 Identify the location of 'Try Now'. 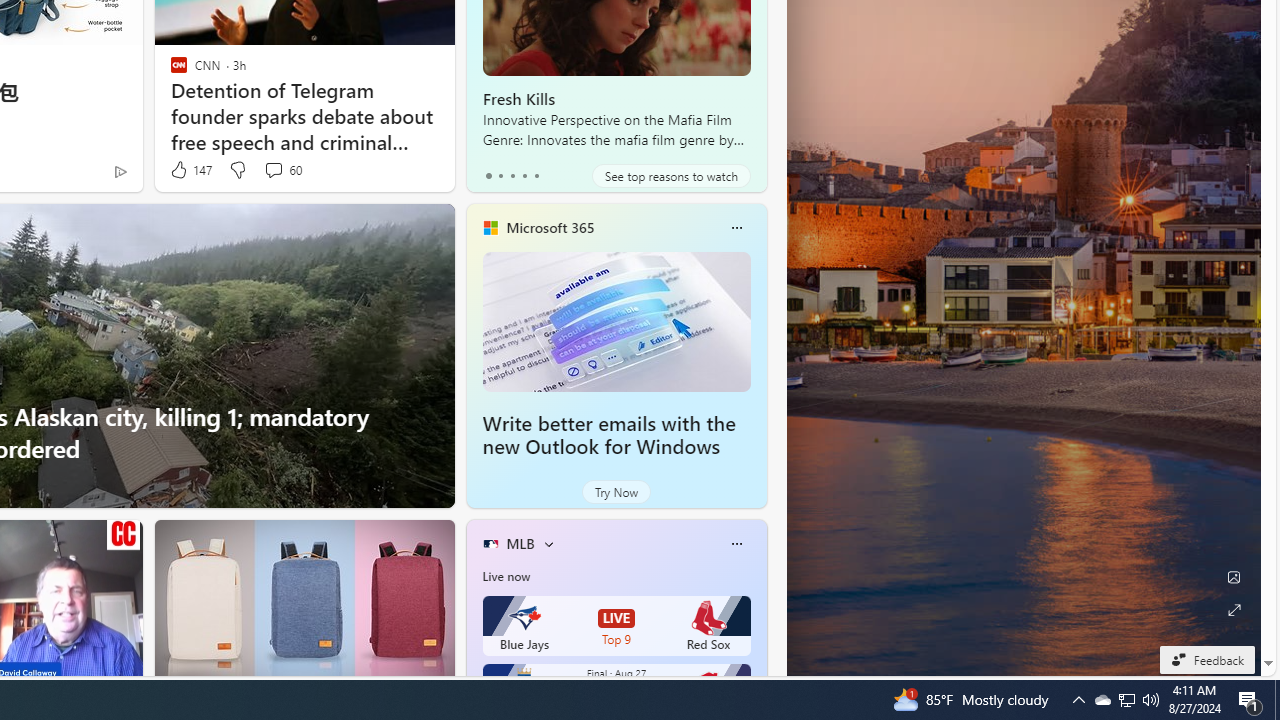
(615, 492).